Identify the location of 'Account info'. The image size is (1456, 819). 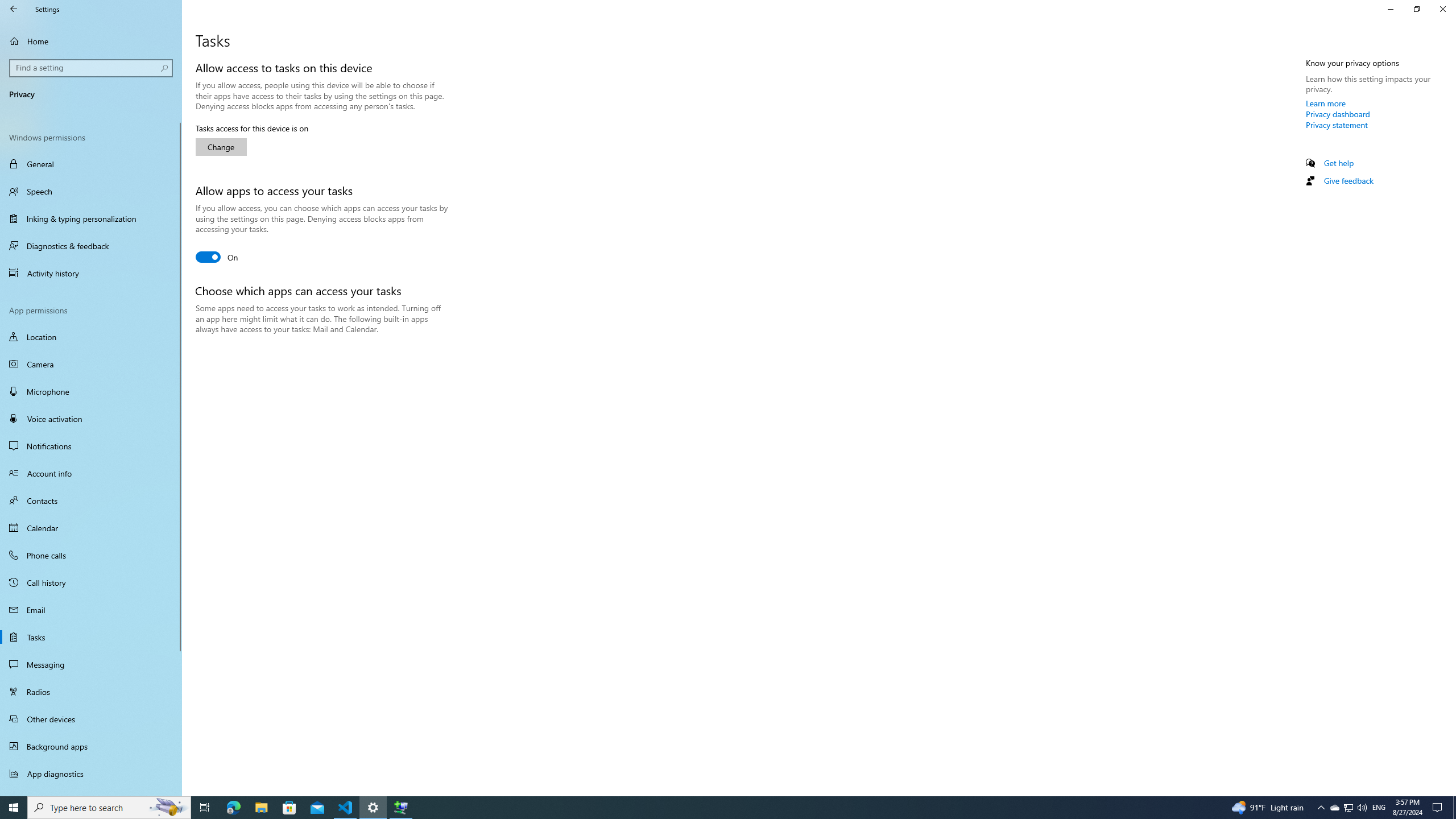
(90, 473).